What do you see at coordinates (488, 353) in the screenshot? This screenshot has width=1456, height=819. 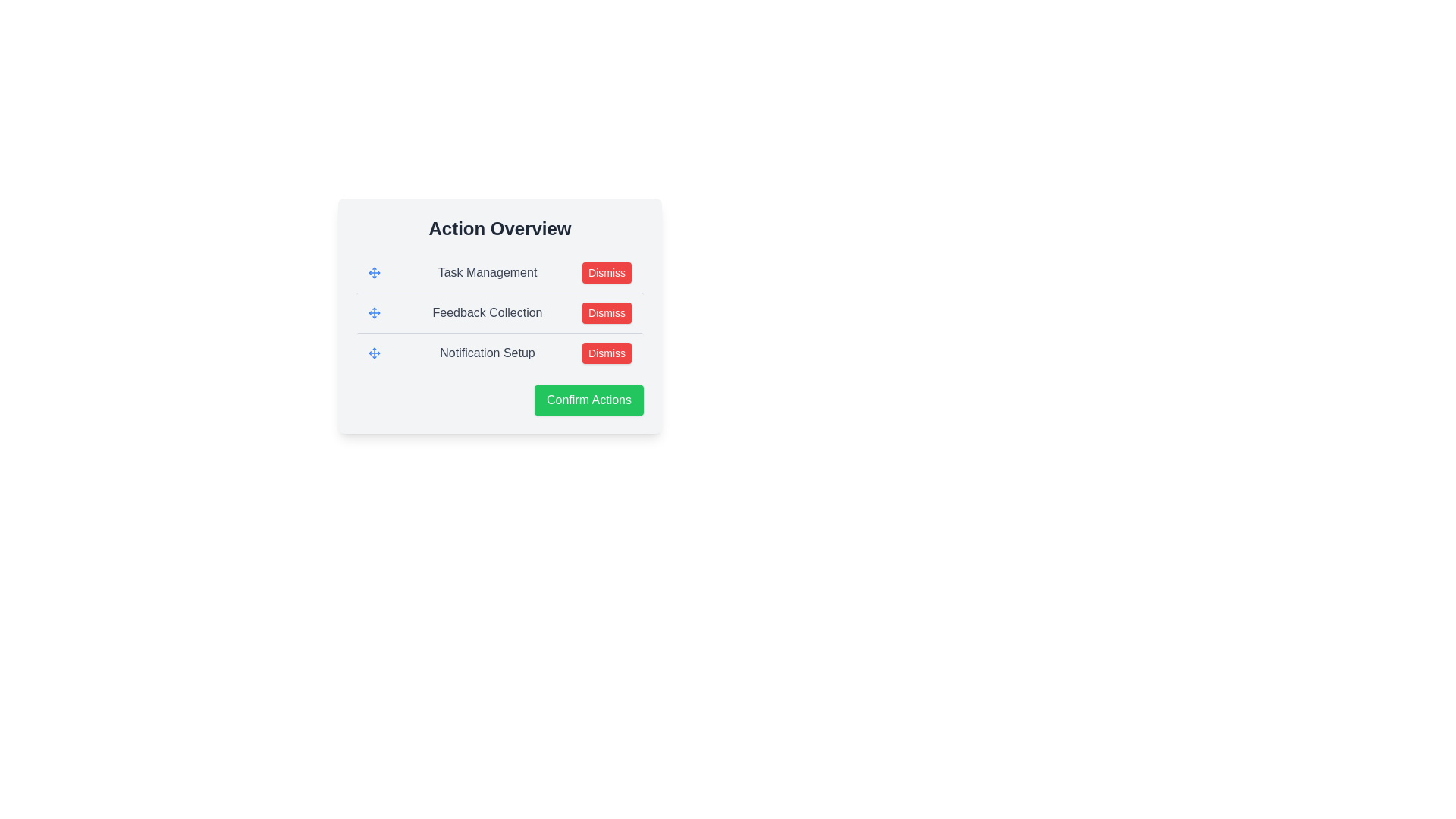 I see `the 'Notification Setup' text label` at bounding box center [488, 353].